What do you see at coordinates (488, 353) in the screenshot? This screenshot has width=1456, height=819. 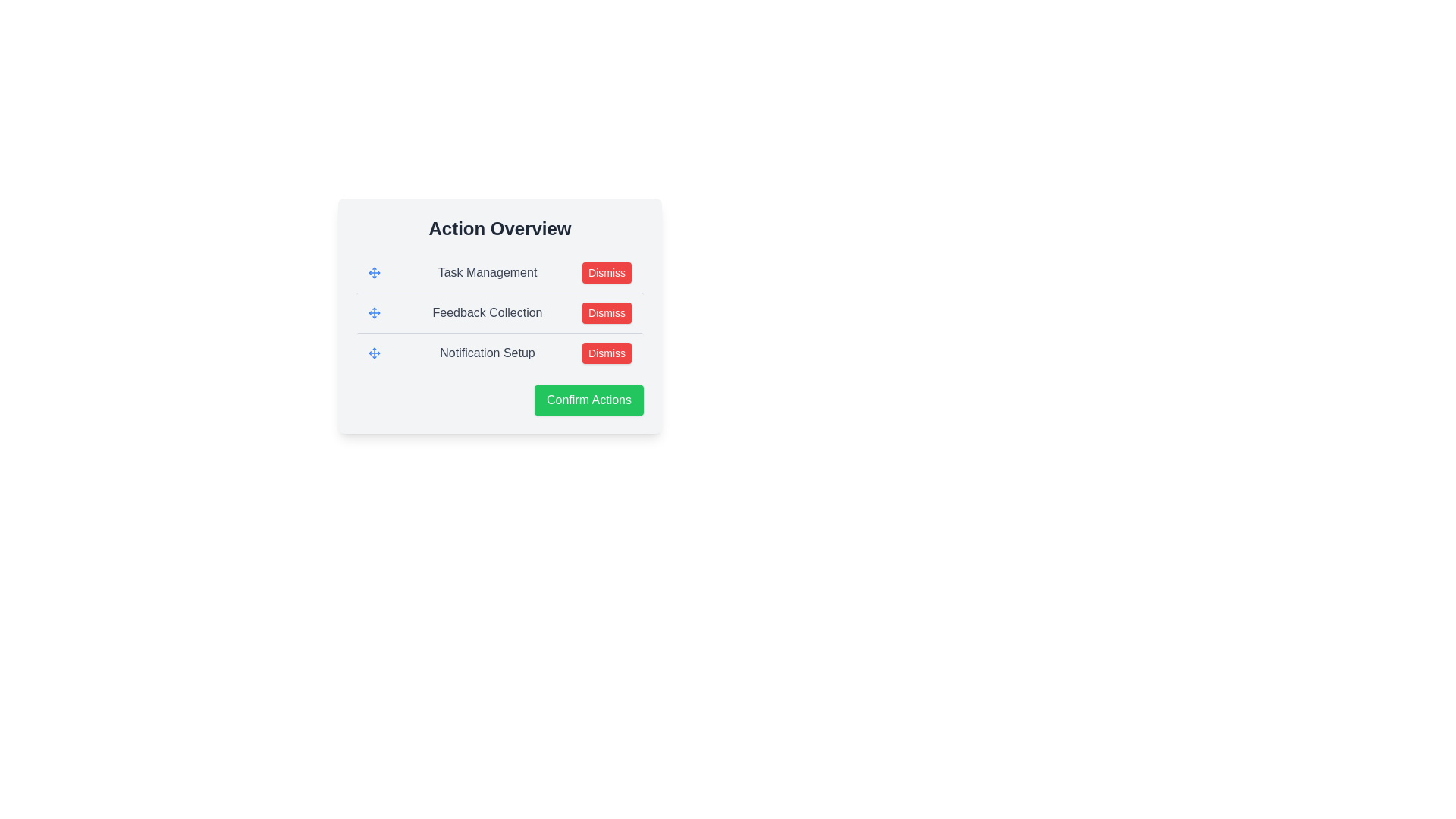 I see `the 'Notification Setup' text label` at bounding box center [488, 353].